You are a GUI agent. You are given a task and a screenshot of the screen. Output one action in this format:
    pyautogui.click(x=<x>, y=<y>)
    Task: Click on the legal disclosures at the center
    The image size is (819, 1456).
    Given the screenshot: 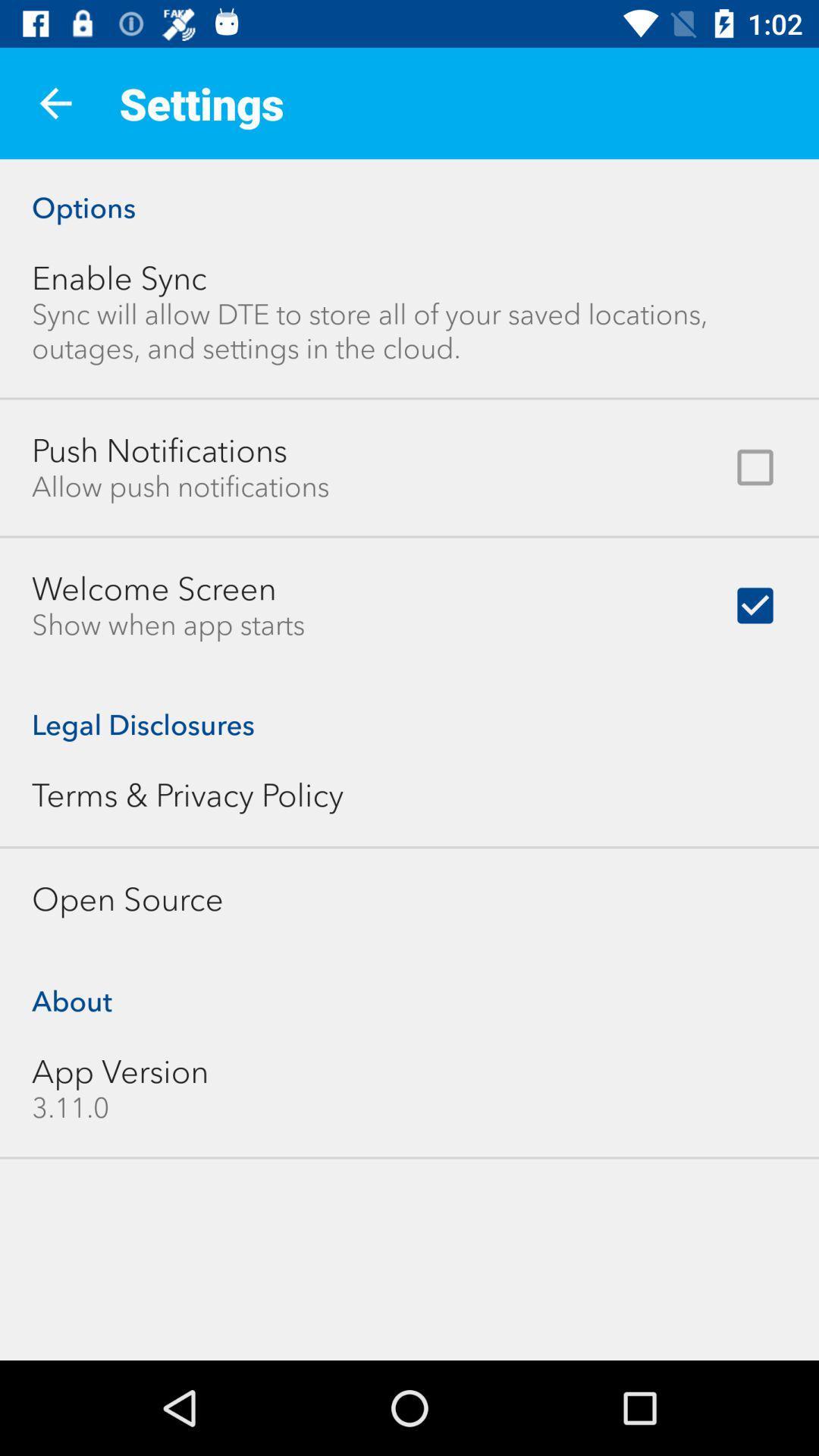 What is the action you would take?
    pyautogui.click(x=409, y=708)
    